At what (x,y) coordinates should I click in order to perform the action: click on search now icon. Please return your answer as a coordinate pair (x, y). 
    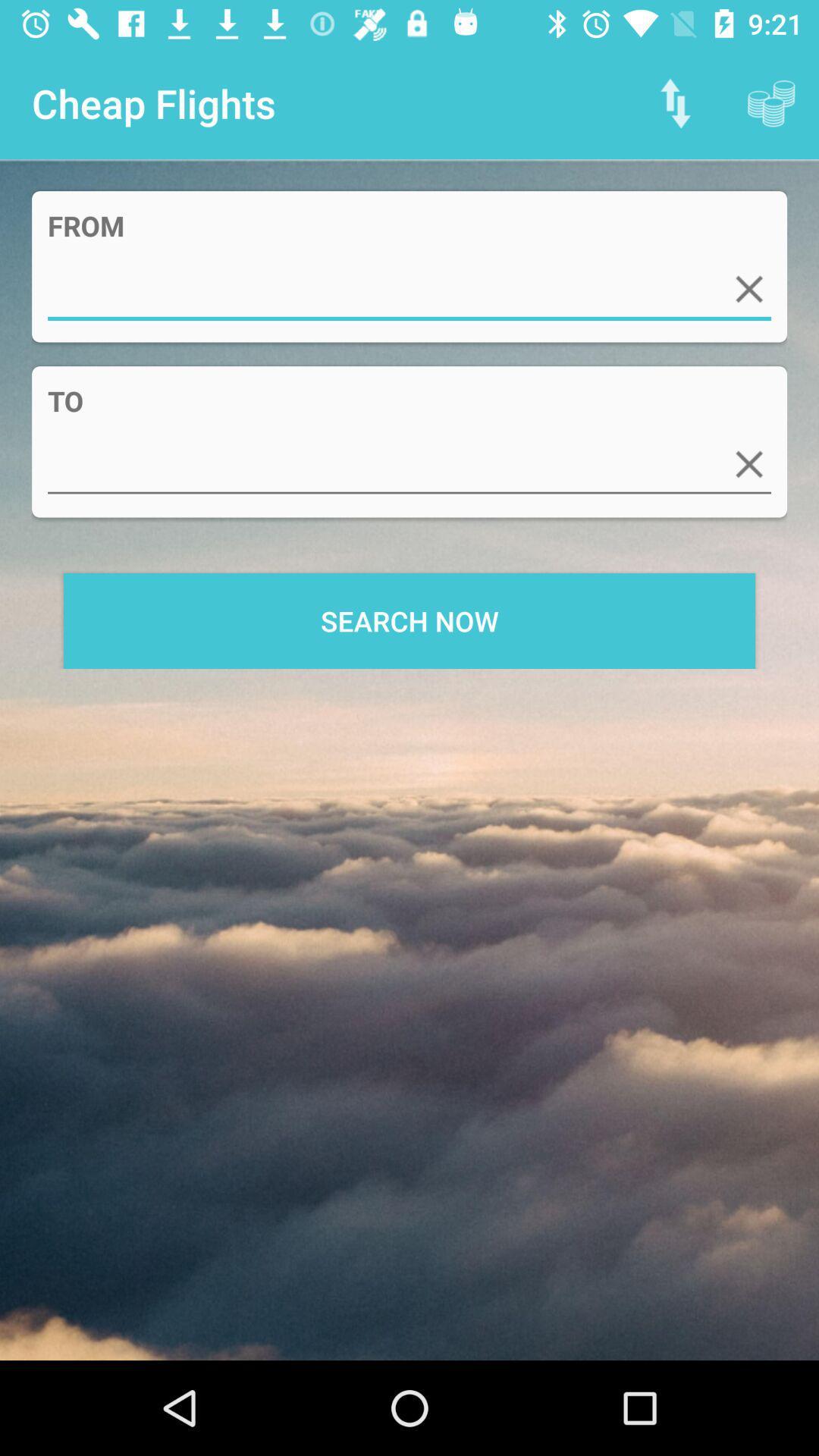
    Looking at the image, I should click on (409, 621).